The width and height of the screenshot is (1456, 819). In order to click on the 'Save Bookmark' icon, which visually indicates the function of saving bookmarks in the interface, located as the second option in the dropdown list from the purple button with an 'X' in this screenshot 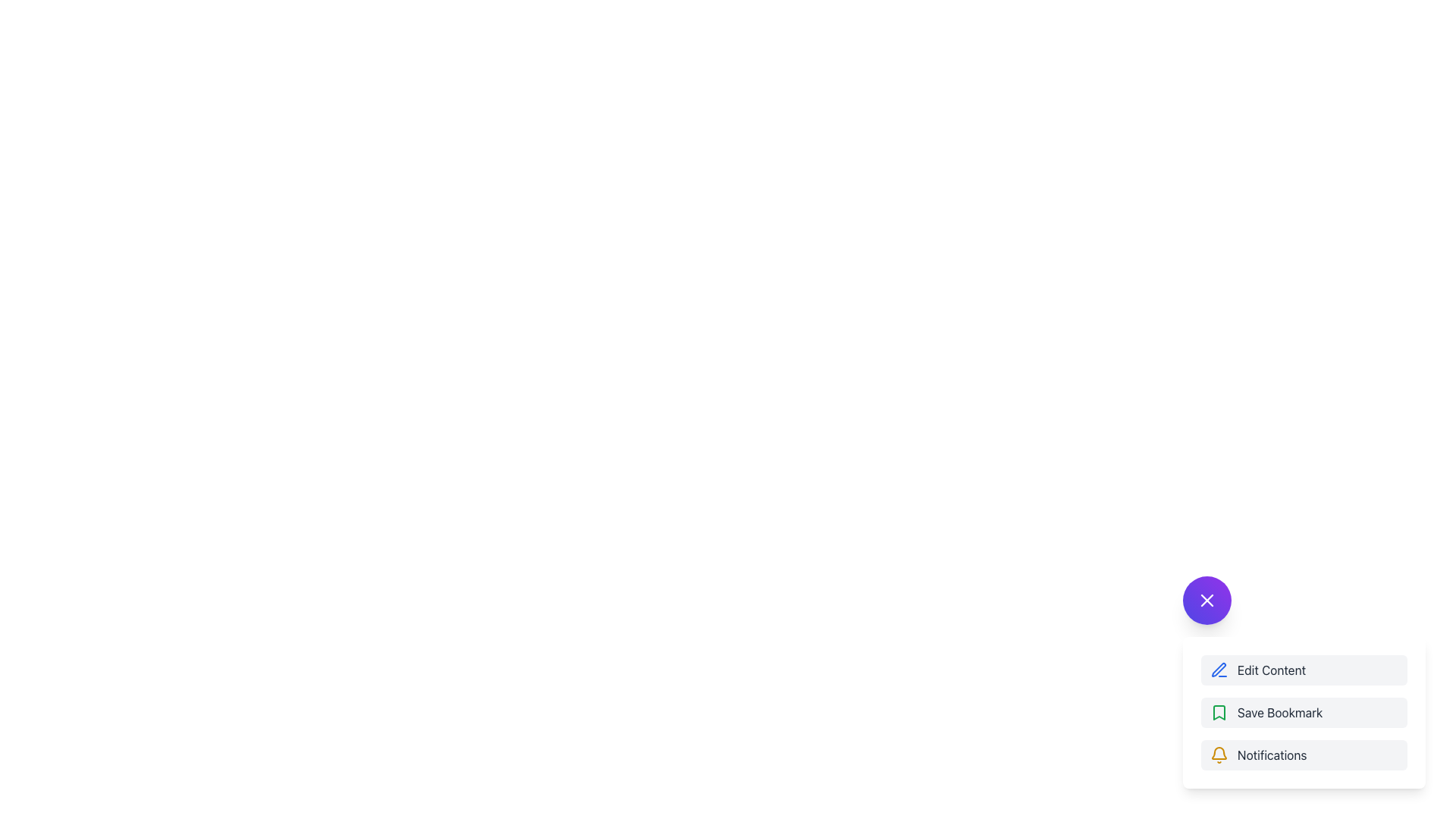, I will do `click(1219, 713)`.